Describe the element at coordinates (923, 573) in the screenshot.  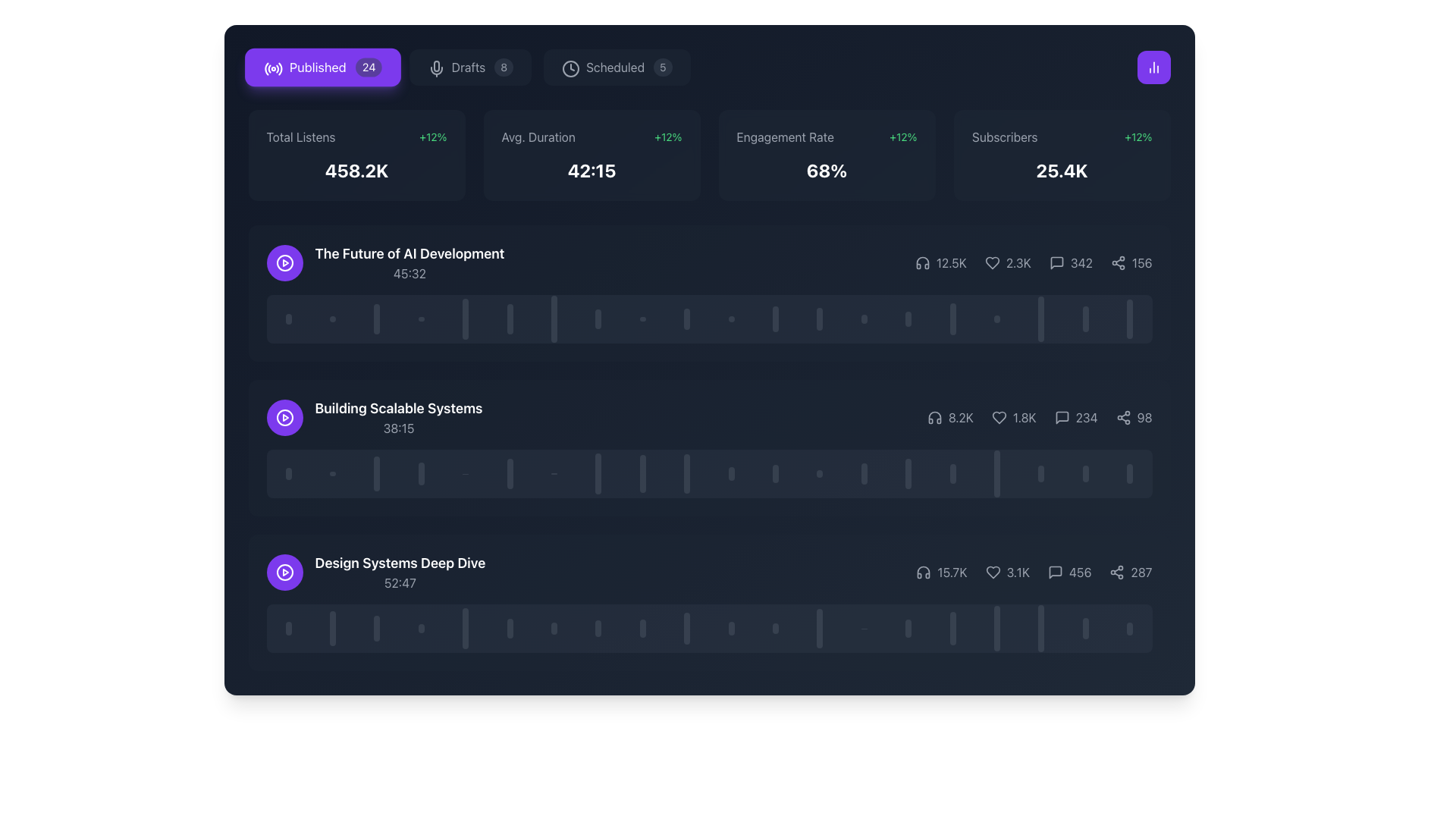
I see `the audio playback icon located in the 'Design Systems Deep Dive' section, which visually indicates listeners or similar metrics` at that location.